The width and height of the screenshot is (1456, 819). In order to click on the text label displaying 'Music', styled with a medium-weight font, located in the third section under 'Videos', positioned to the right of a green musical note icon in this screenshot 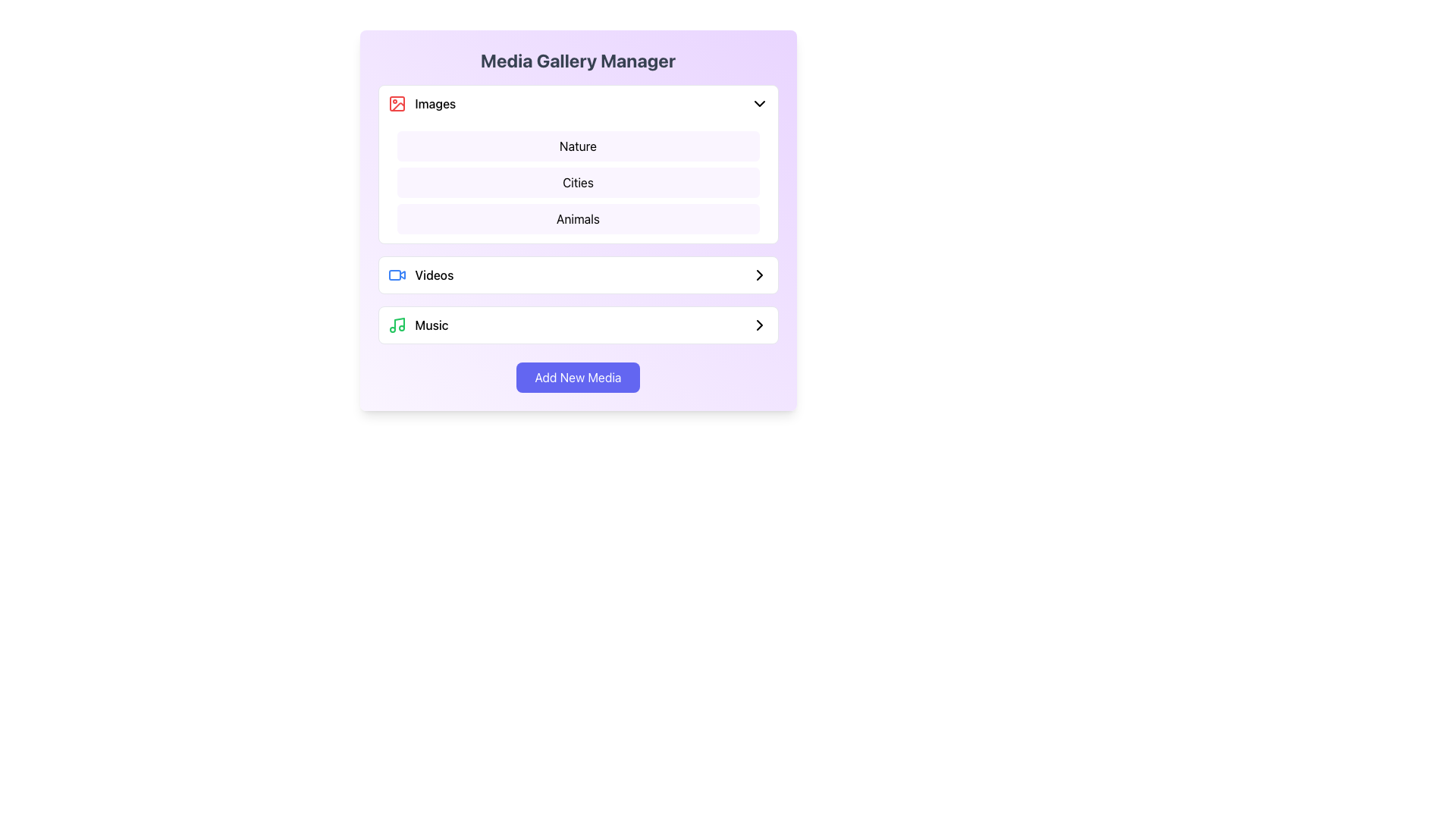, I will do `click(418, 324)`.